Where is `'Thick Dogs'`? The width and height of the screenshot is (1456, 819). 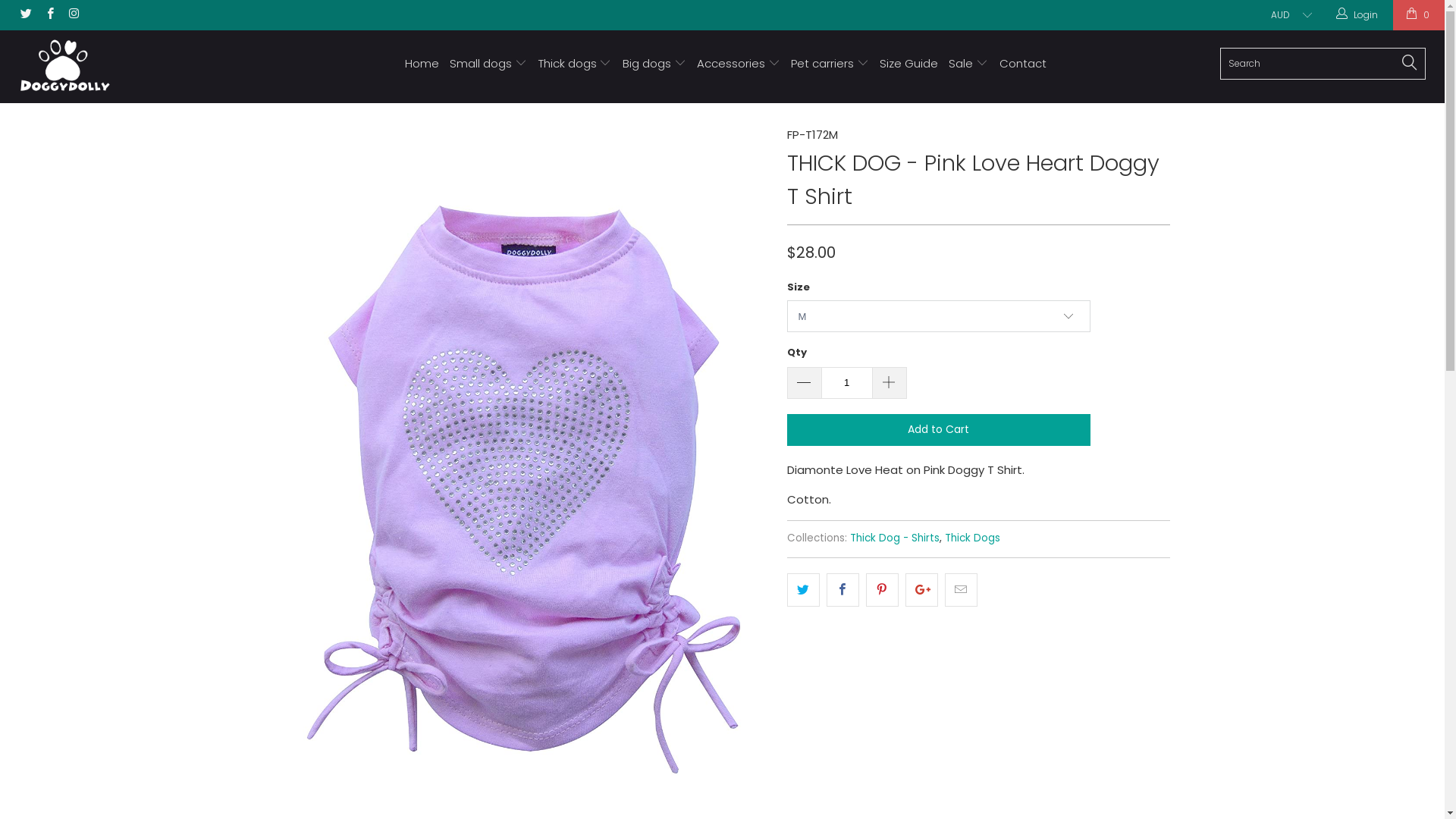
'Thick Dogs' is located at coordinates (944, 537).